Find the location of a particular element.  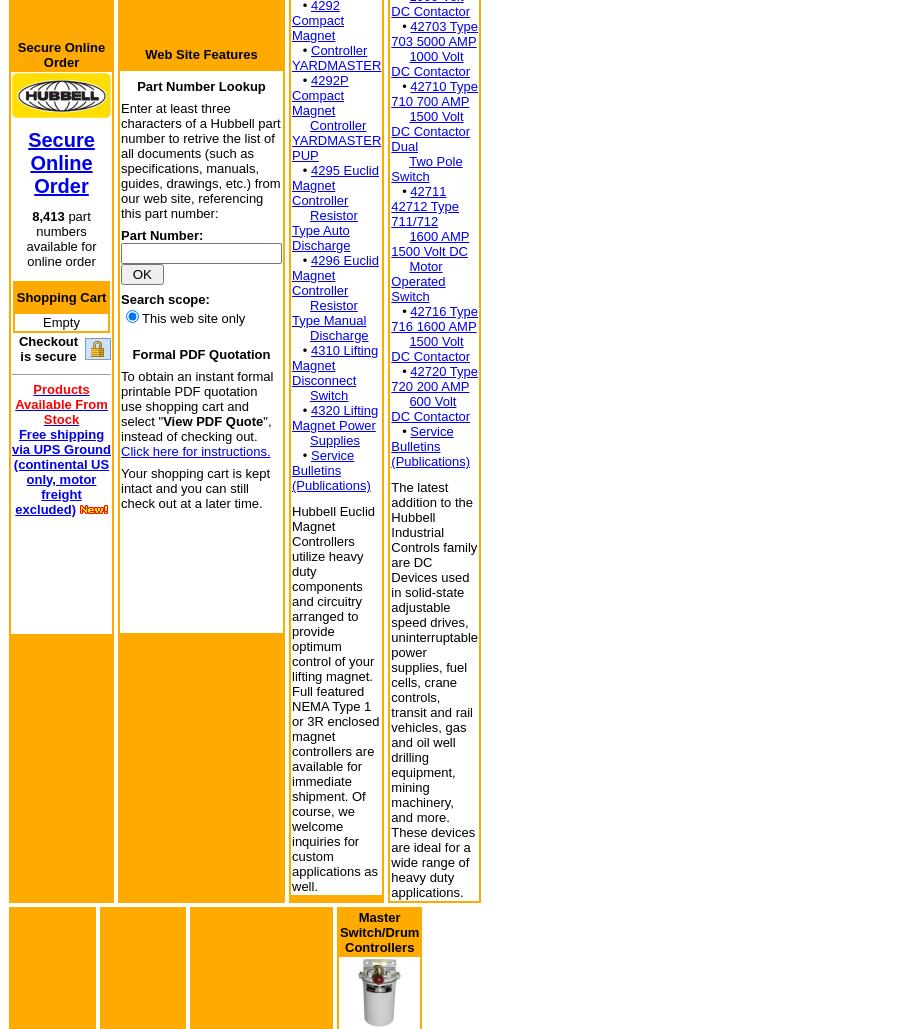

'600 Volt DC Contactor' is located at coordinates (429, 408).